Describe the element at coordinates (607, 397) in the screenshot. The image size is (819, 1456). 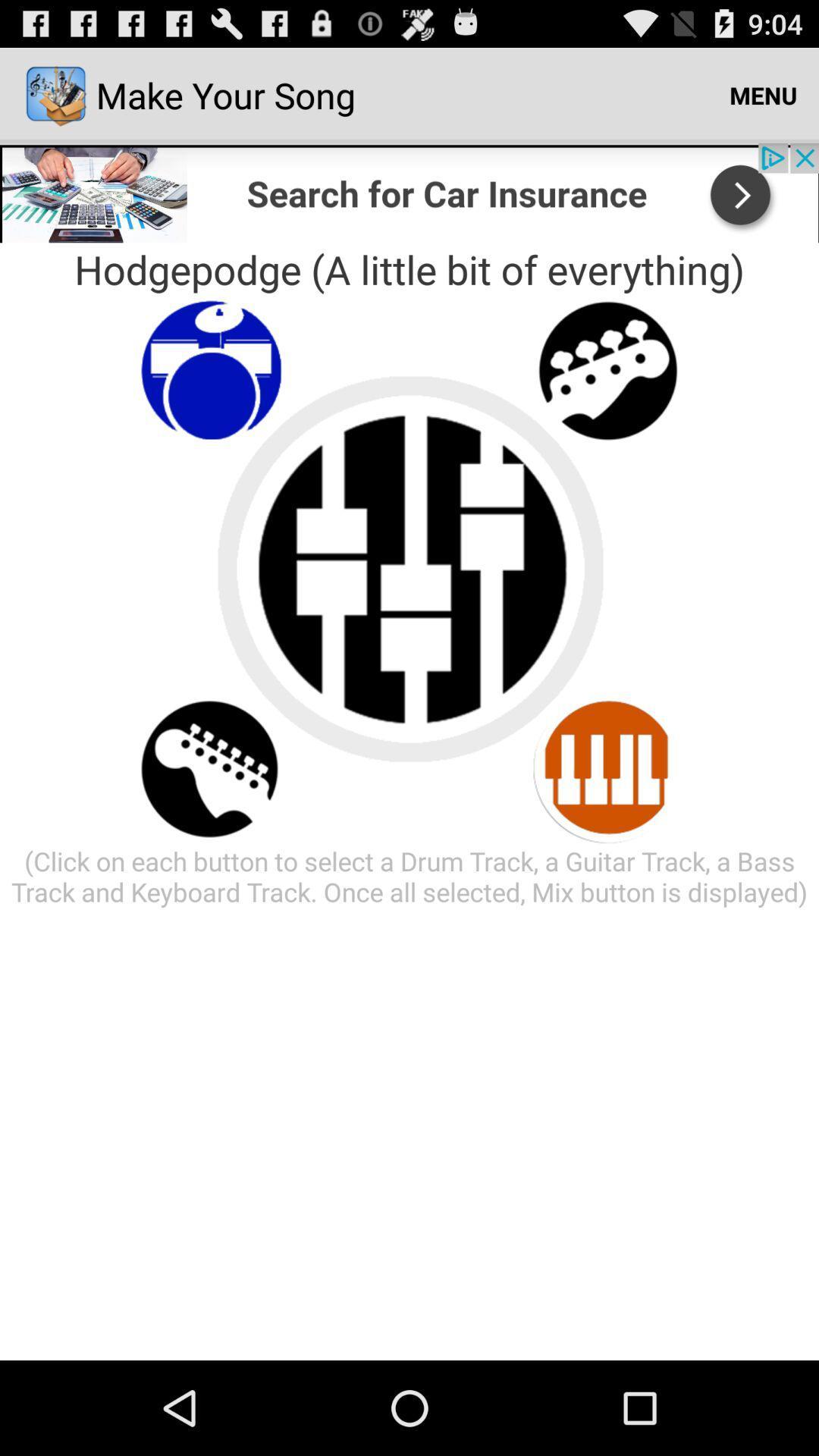
I see `the settings icon` at that location.